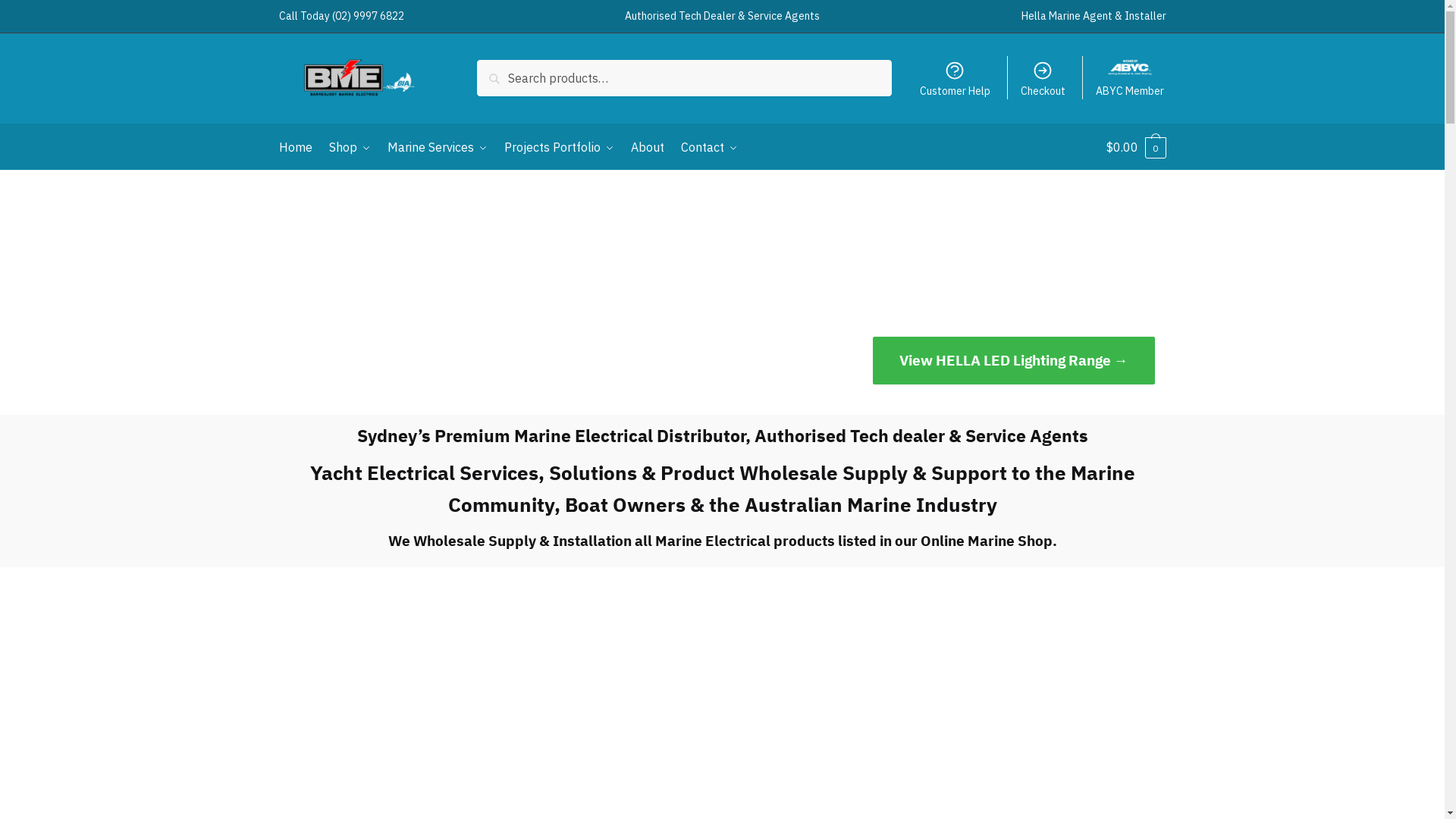 The image size is (1456, 819). Describe the element at coordinates (1043, 78) in the screenshot. I see `'Checkout'` at that location.